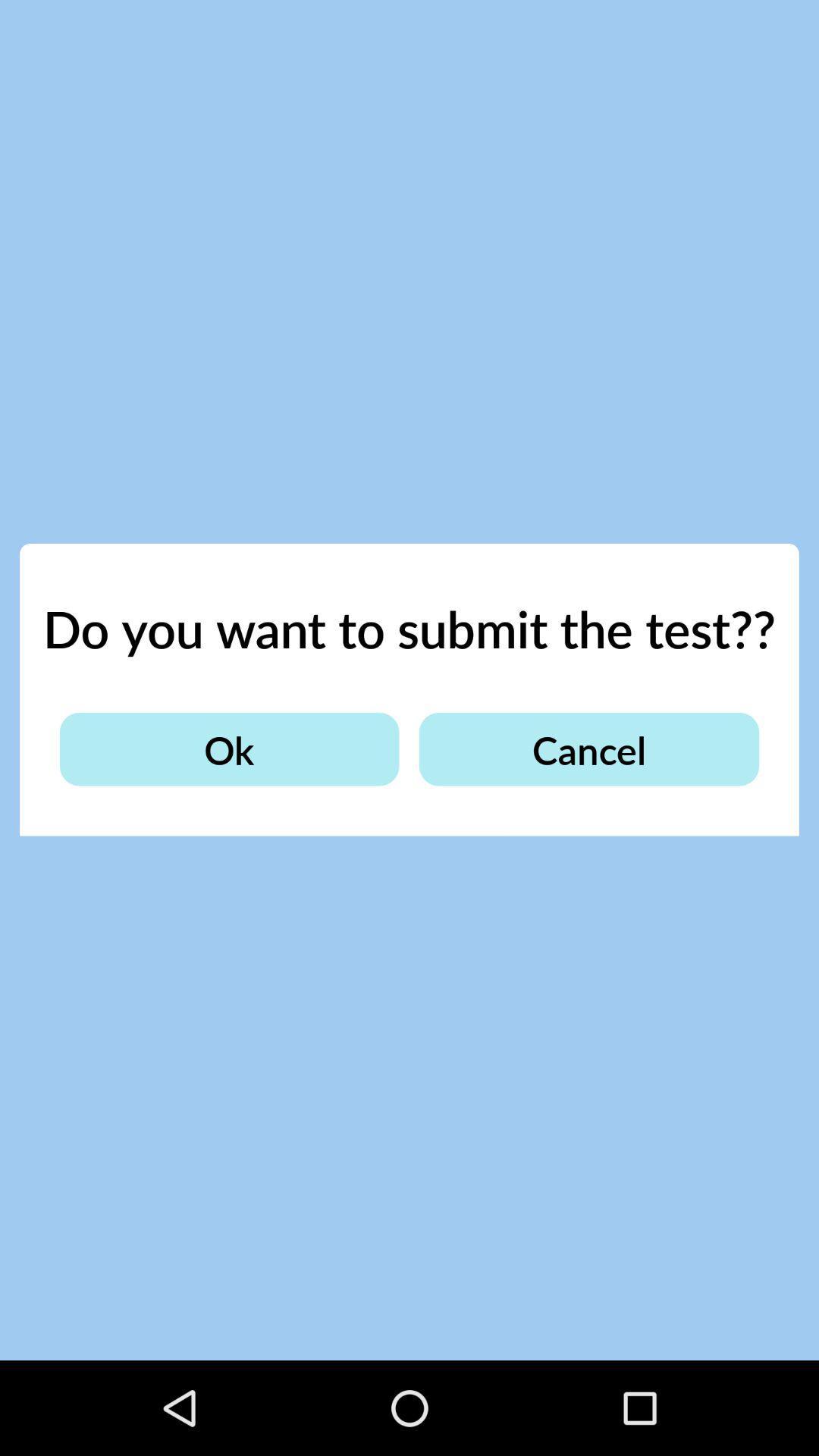 This screenshot has height=1456, width=819. I want to click on the ok on the left, so click(229, 749).